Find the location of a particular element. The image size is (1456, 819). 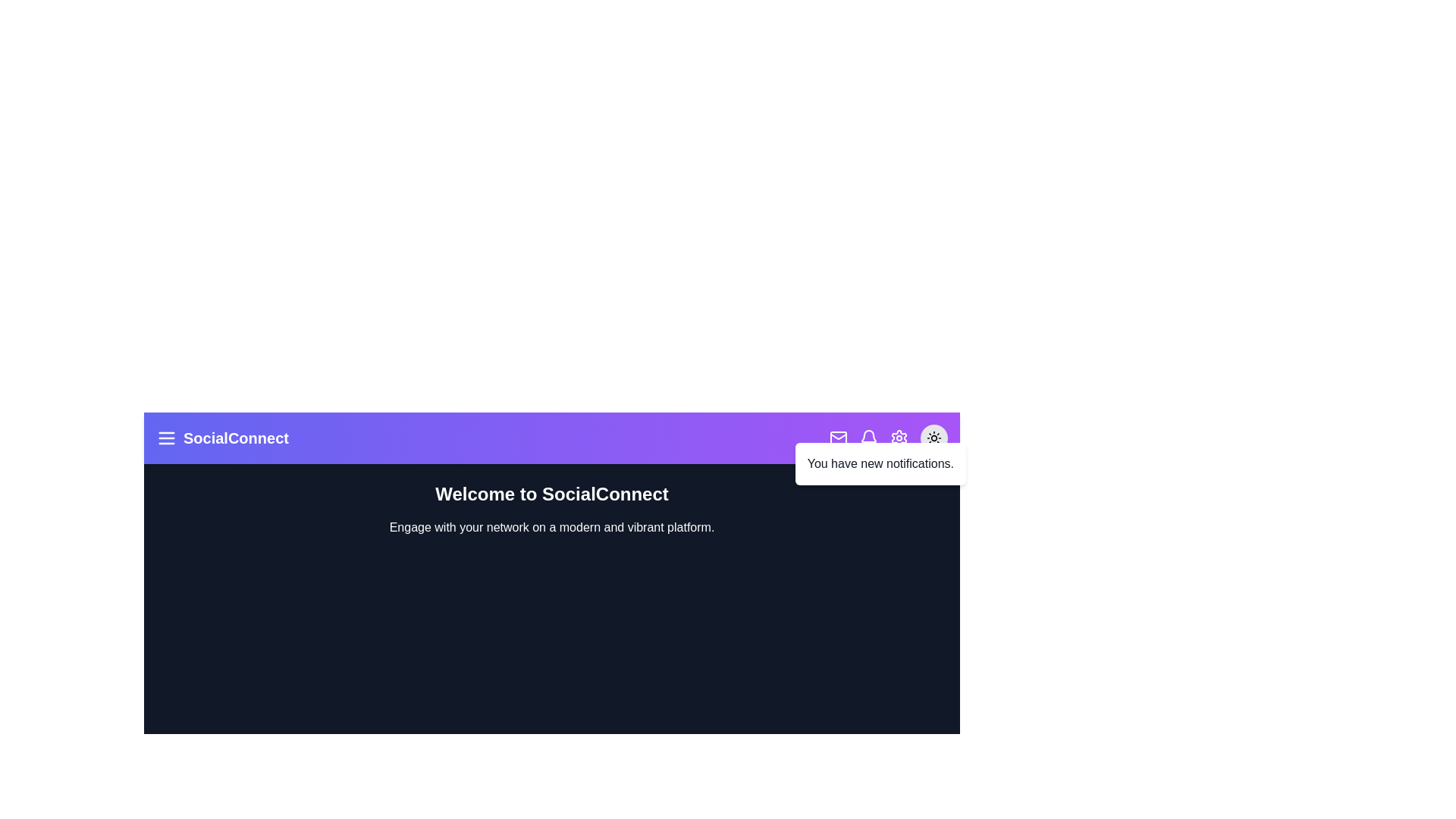

the bell icon to toggle the notifications panel is located at coordinates (869, 438).